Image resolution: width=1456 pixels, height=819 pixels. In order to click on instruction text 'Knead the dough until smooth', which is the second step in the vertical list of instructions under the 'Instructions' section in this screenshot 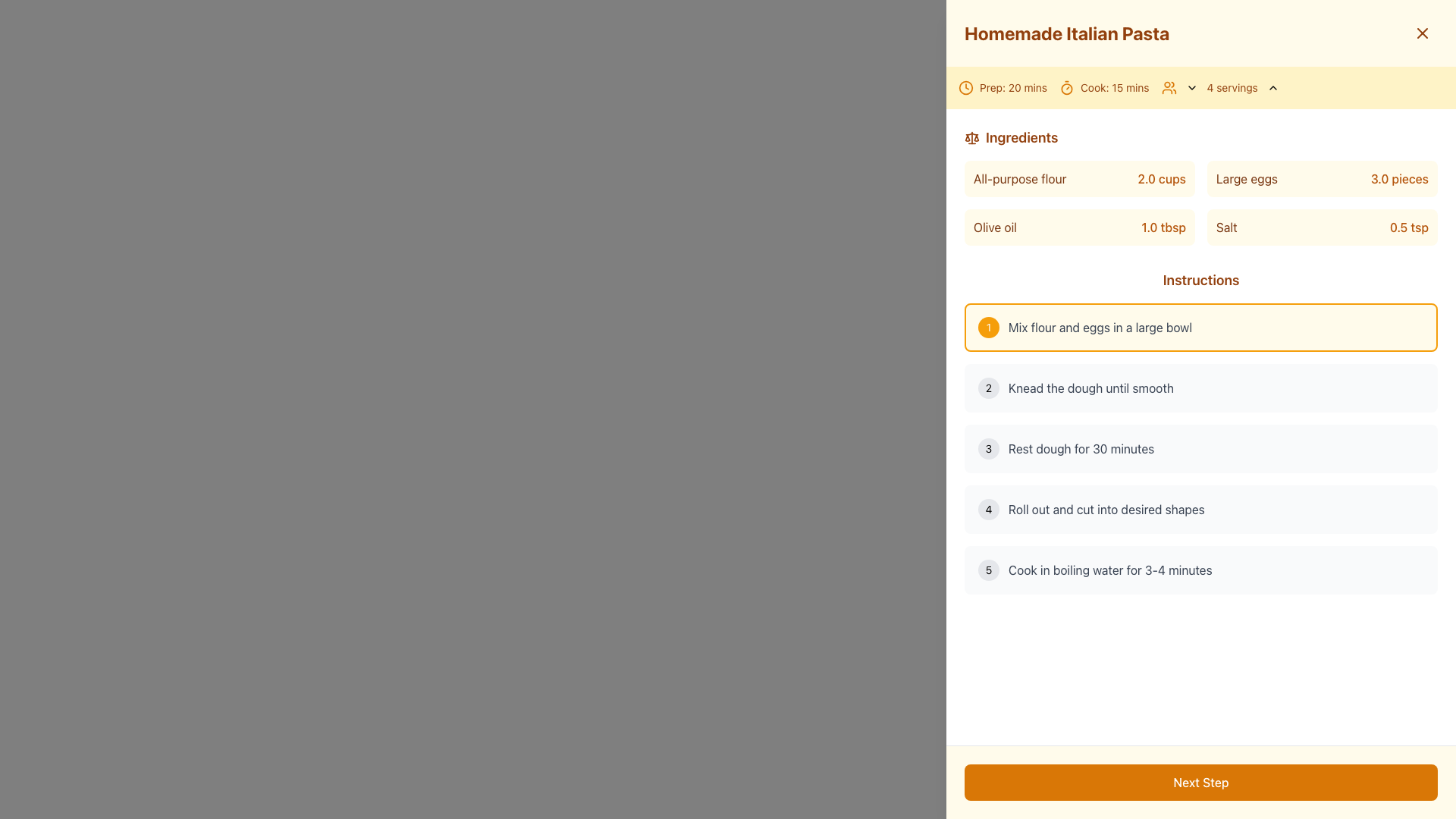, I will do `click(1090, 388)`.